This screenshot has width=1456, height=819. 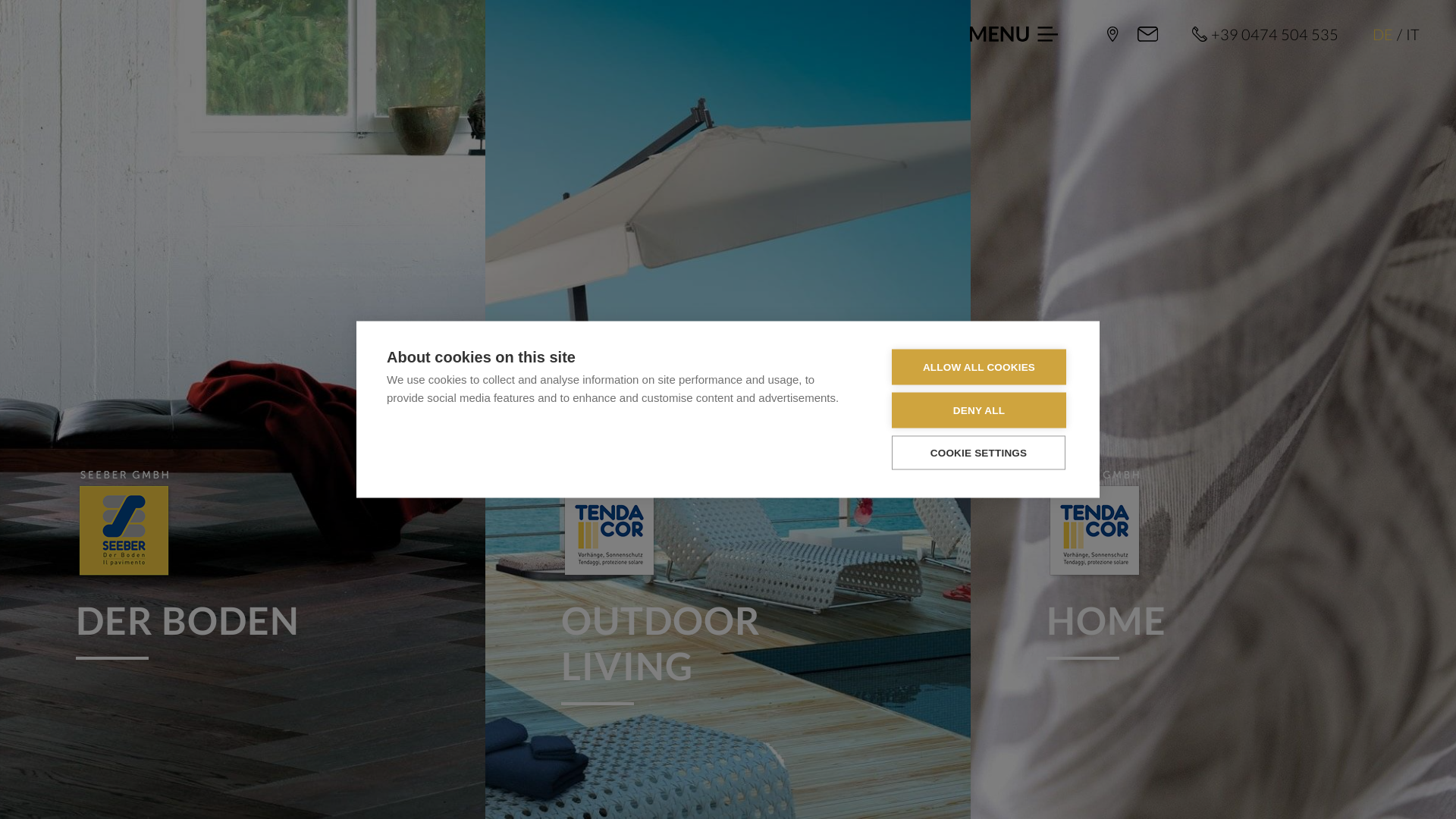 I want to click on 'OUTDOOR LIVING', so click(x=728, y=587).